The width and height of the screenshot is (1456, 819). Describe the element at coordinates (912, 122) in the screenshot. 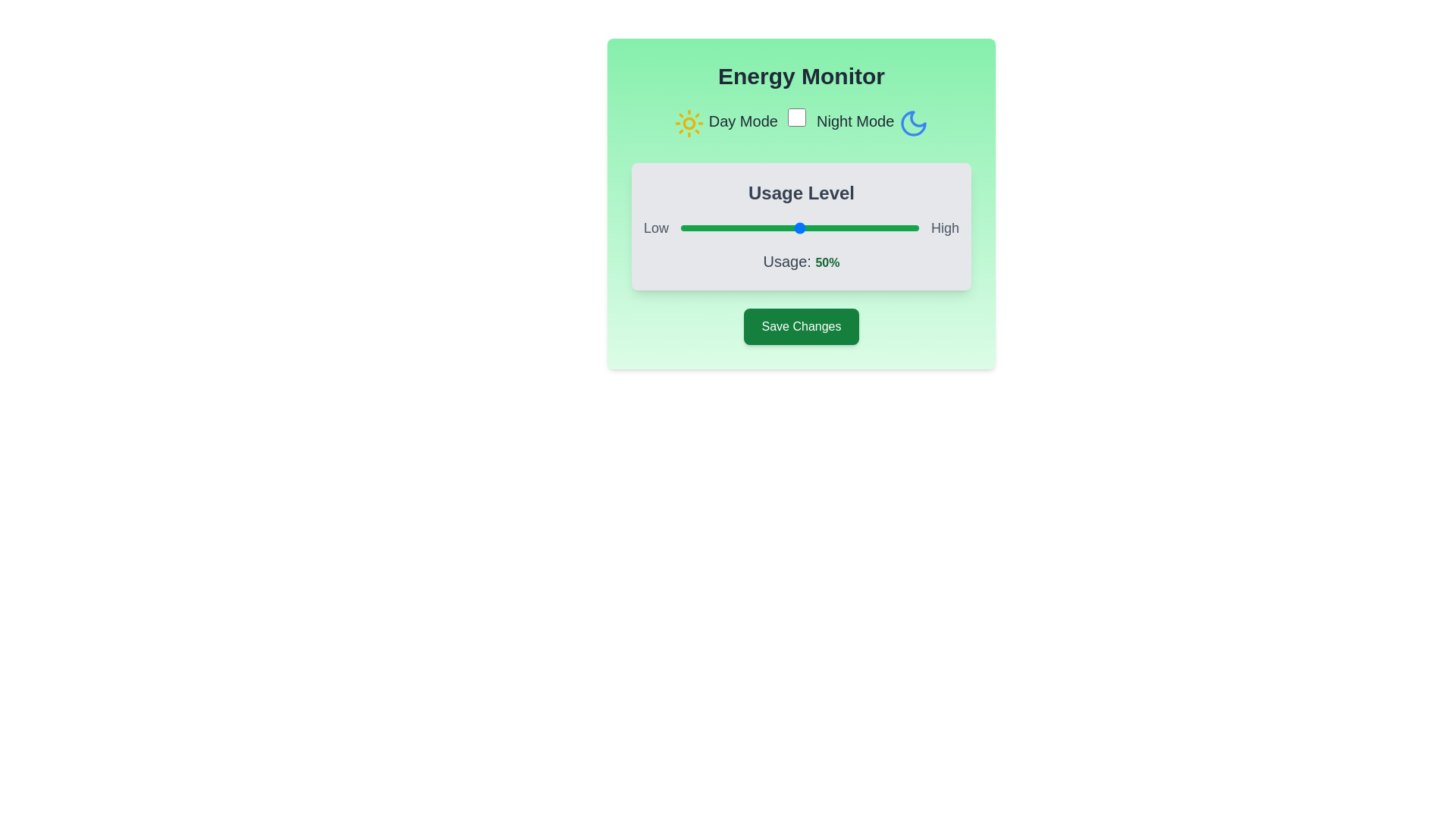

I see `the blue crescent moon icon representing night mode, located to the right of the 'Night Mode' text` at that location.